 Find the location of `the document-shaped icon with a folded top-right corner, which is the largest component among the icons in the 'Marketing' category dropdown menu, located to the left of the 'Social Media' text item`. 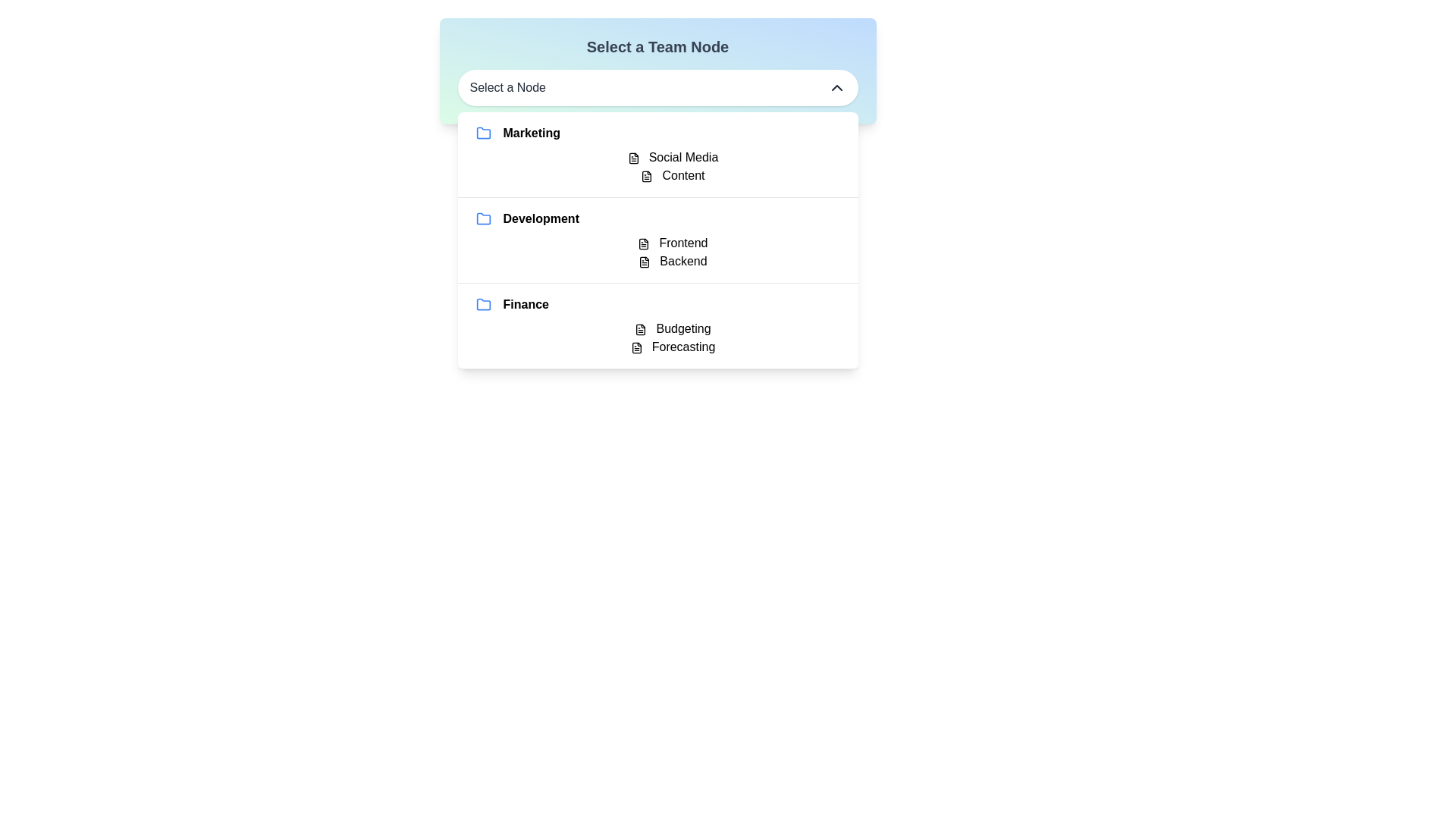

the document-shaped icon with a folded top-right corner, which is the largest component among the icons in the 'Marketing' category dropdown menu, located to the left of the 'Social Media' text item is located at coordinates (633, 158).